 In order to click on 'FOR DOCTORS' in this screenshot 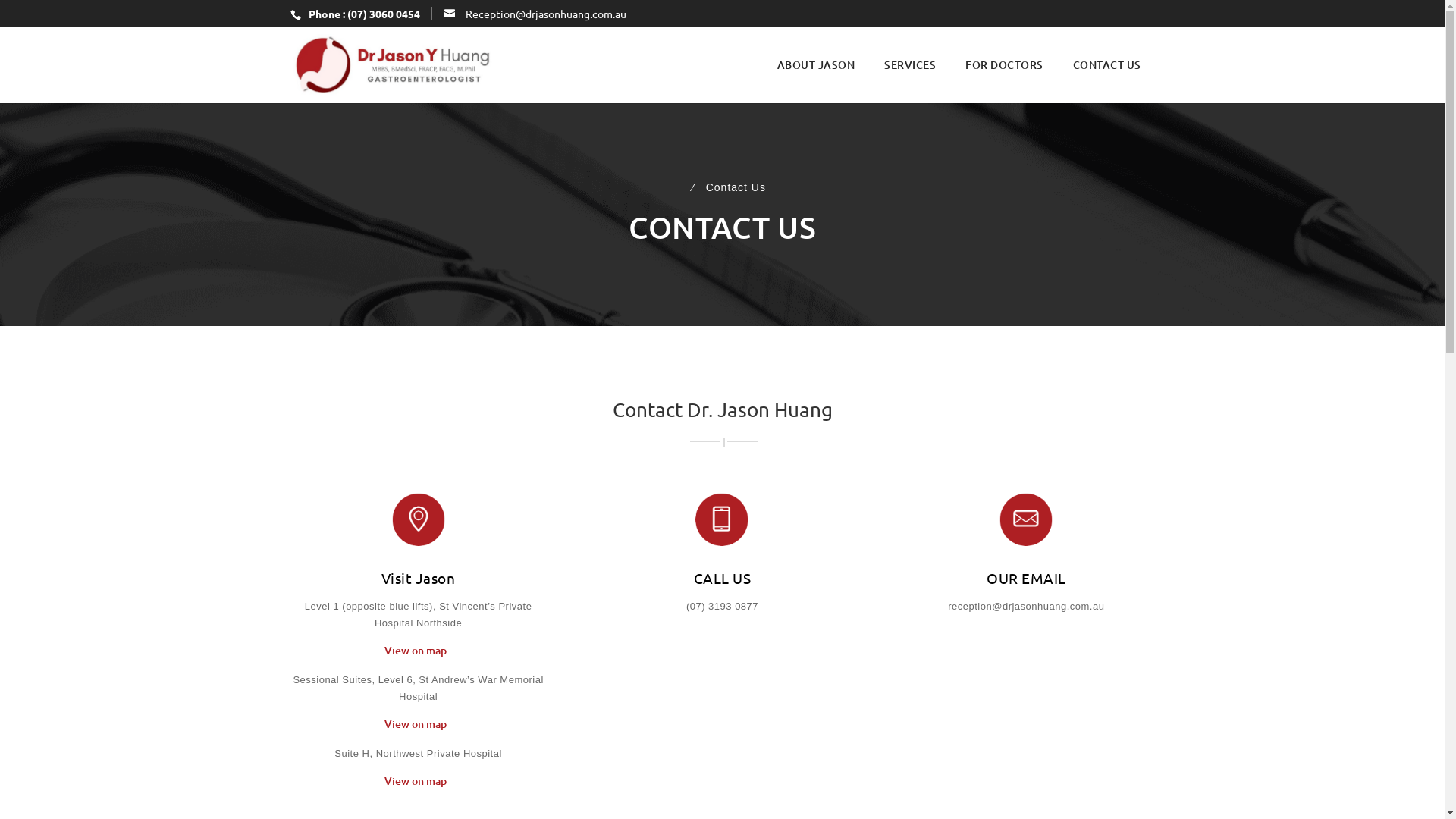, I will do `click(1004, 64)`.